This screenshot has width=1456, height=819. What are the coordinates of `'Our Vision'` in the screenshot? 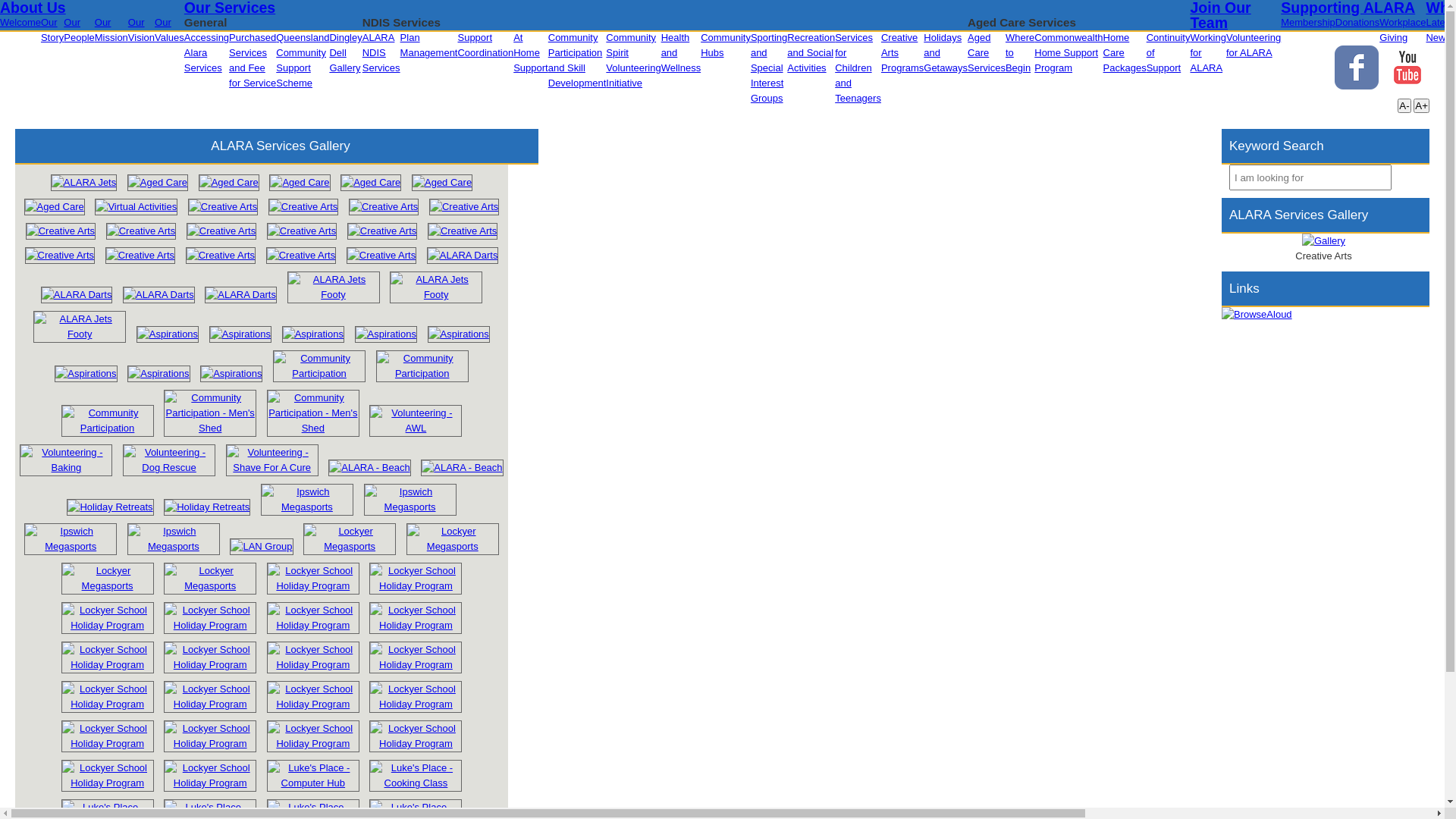 It's located at (141, 30).